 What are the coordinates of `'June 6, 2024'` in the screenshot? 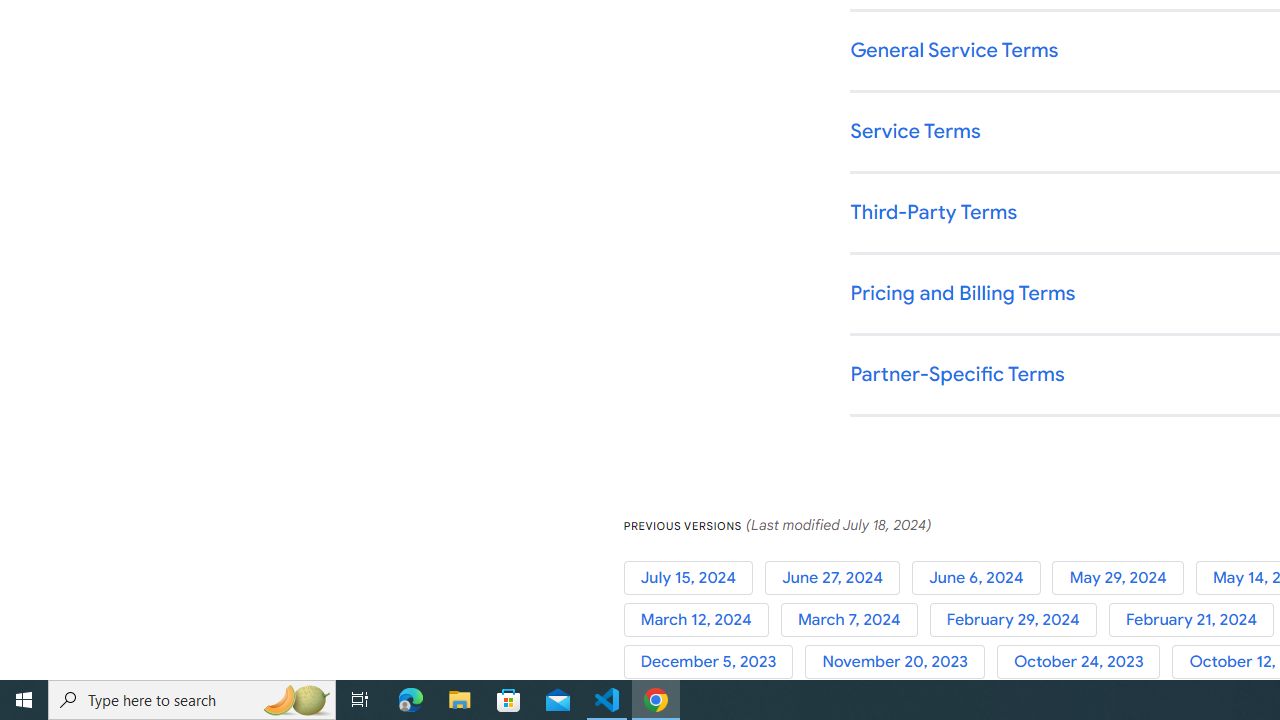 It's located at (982, 577).